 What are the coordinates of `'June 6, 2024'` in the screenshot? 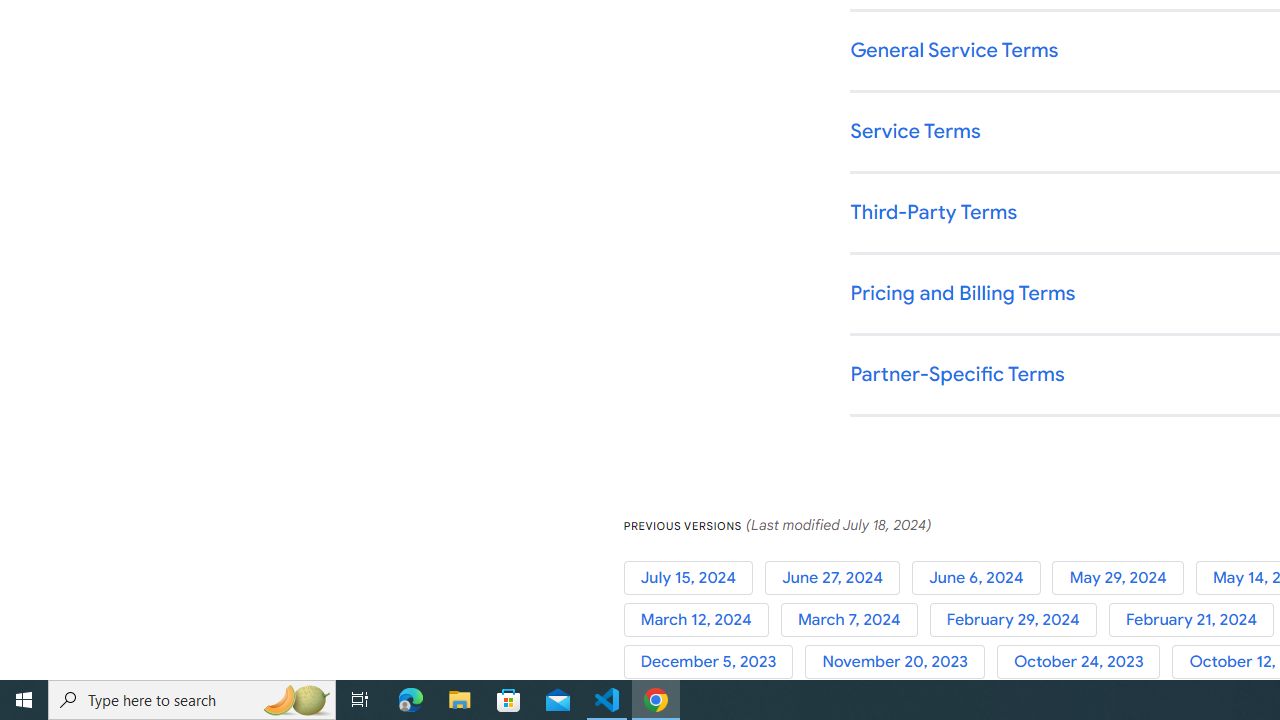 It's located at (982, 577).